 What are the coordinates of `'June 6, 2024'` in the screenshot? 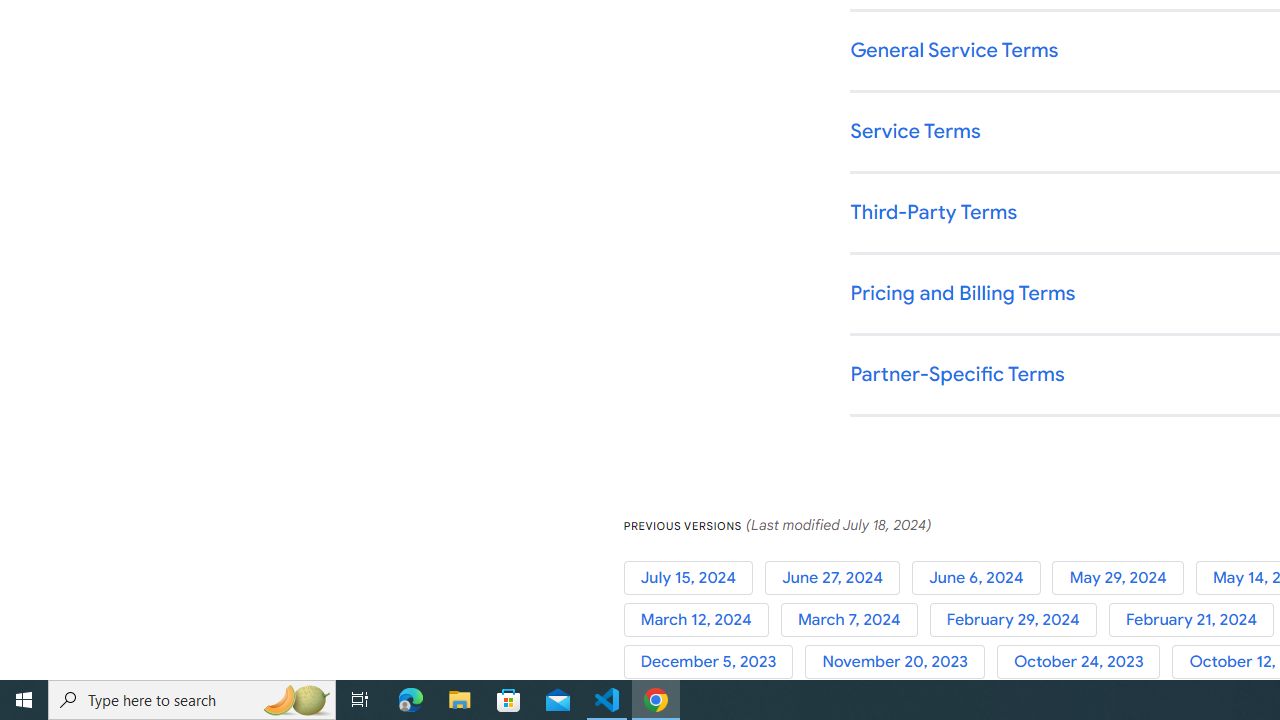 It's located at (982, 577).